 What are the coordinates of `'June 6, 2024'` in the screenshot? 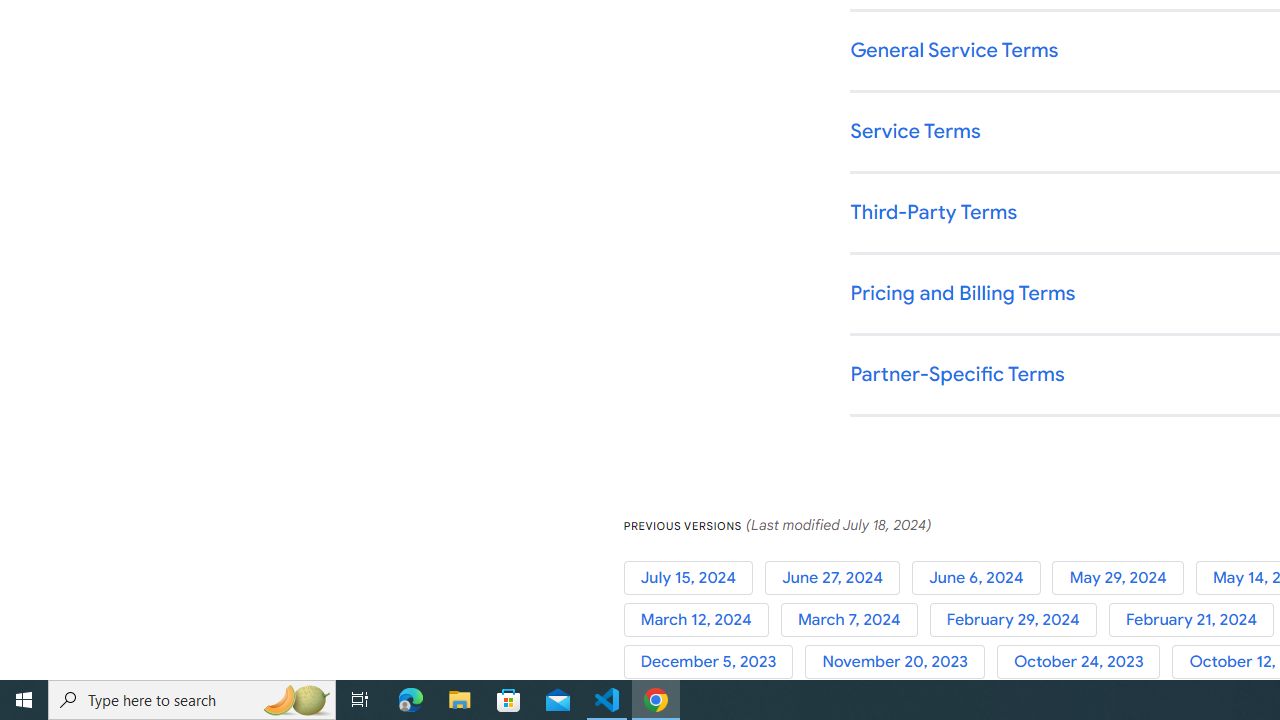 It's located at (982, 577).